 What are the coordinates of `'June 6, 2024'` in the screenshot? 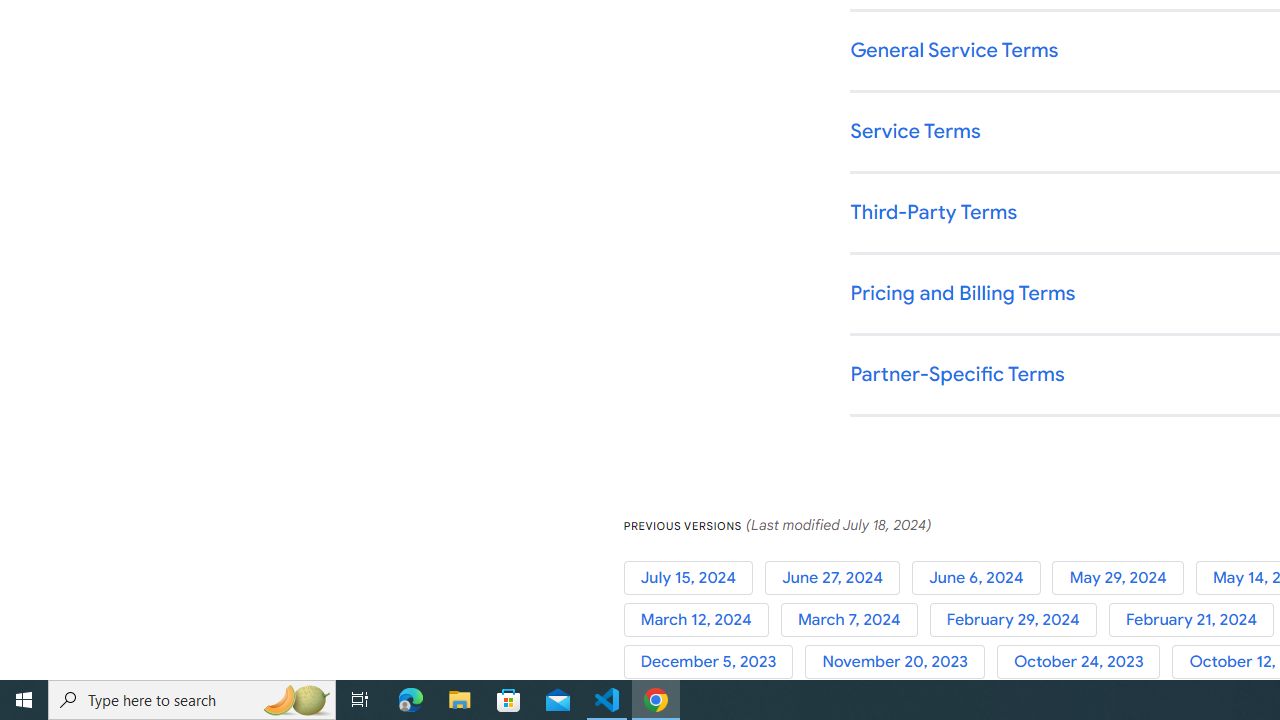 It's located at (982, 577).